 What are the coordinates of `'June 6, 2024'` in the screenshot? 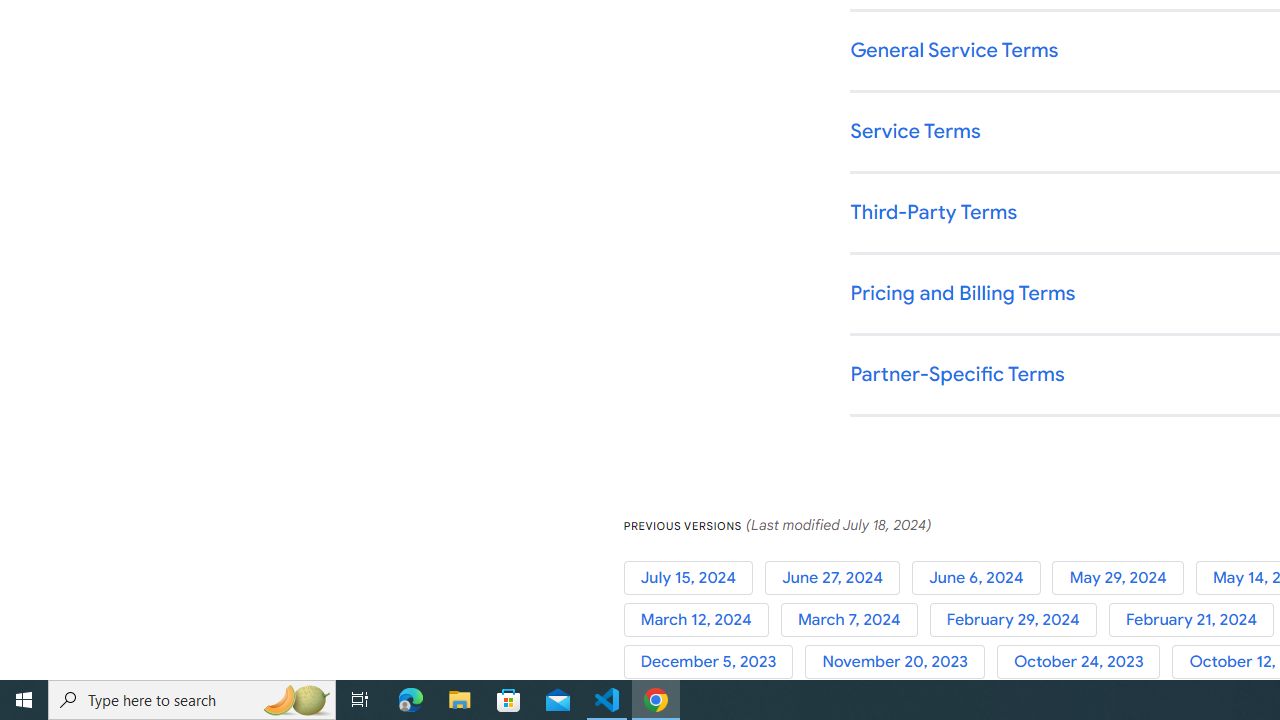 It's located at (982, 577).